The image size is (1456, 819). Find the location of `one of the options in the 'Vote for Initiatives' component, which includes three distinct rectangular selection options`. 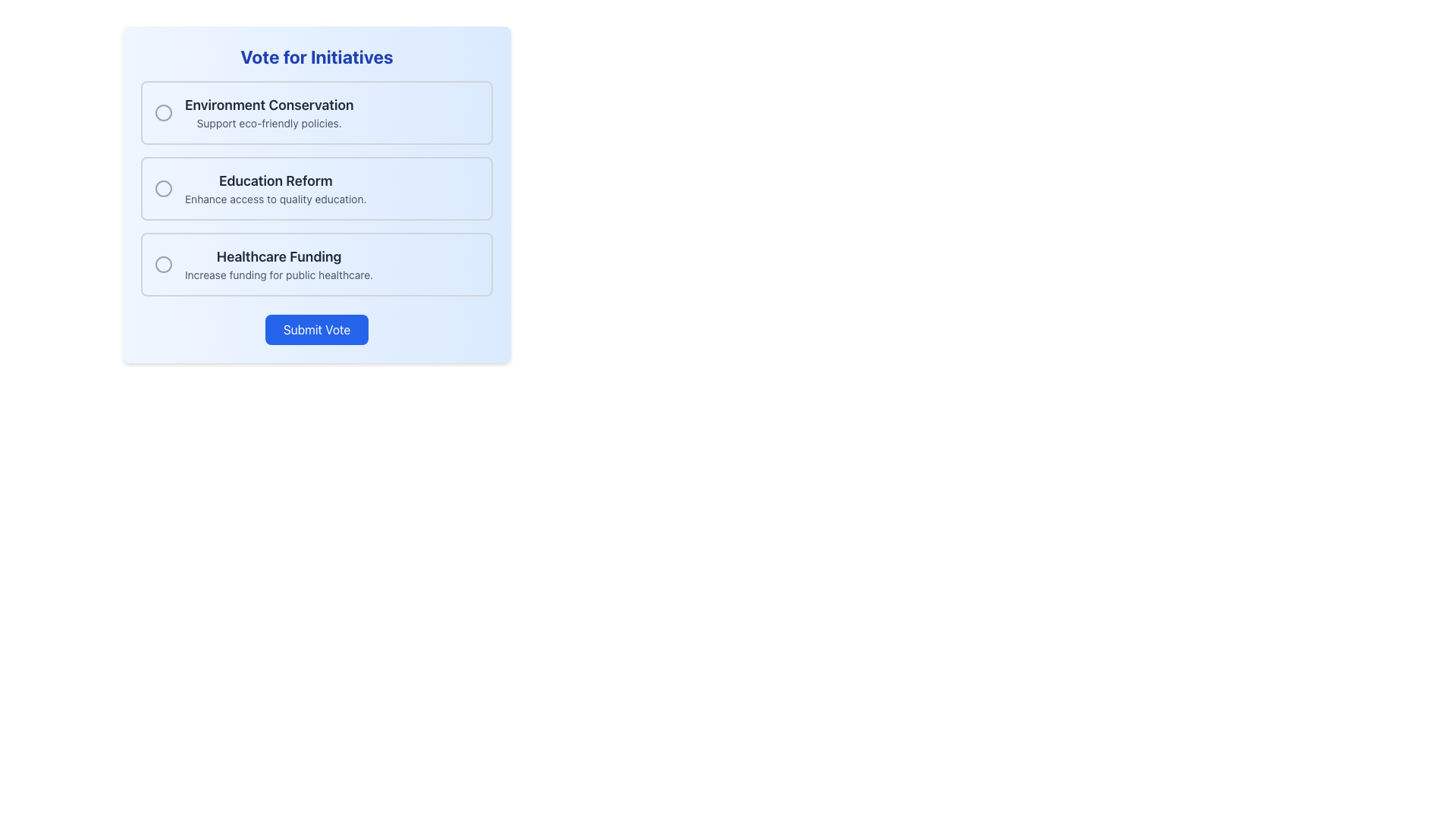

one of the options in the 'Vote for Initiatives' component, which includes three distinct rectangular selection options is located at coordinates (315, 194).